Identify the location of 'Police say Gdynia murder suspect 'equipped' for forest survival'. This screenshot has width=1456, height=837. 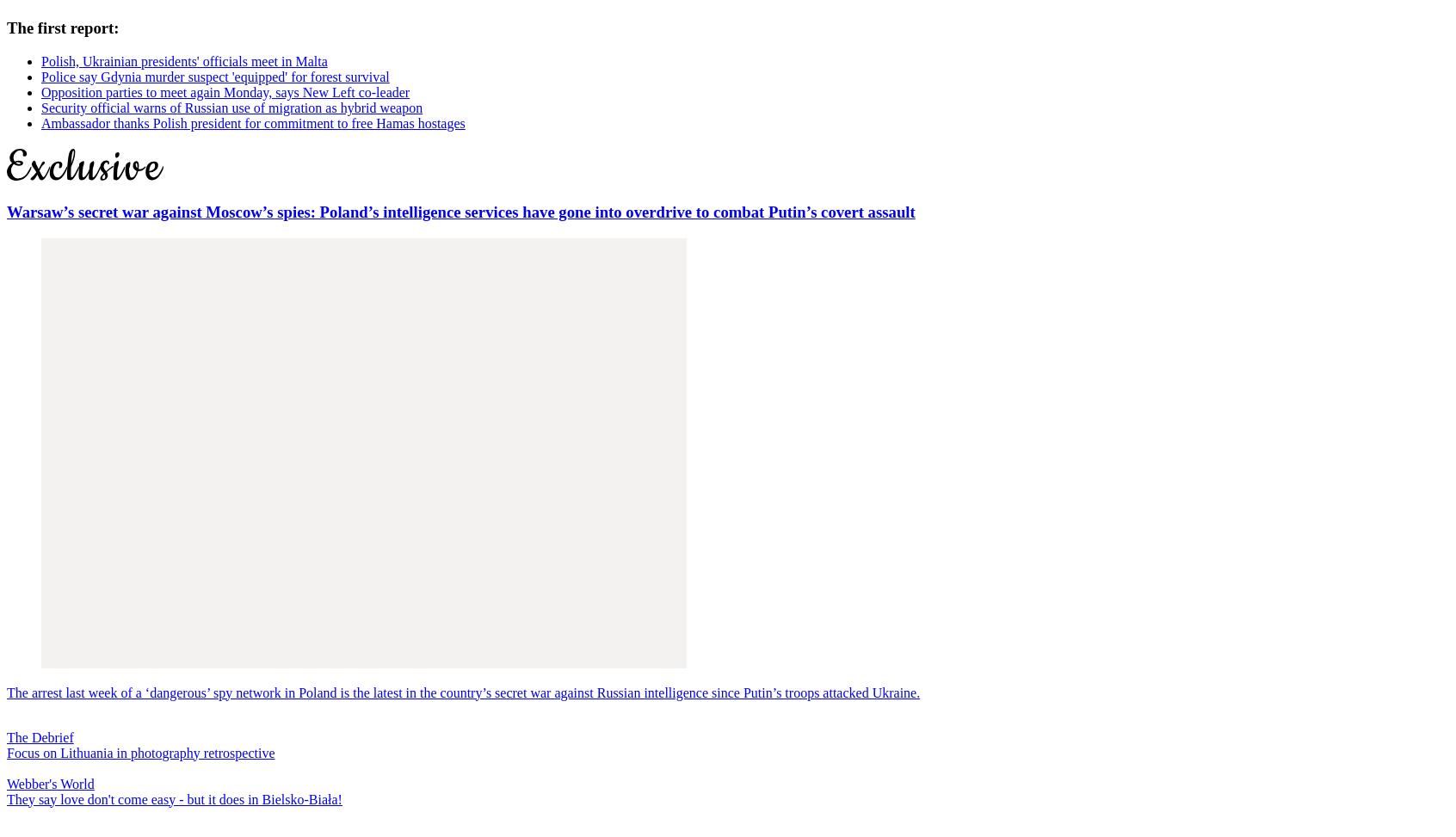
(215, 76).